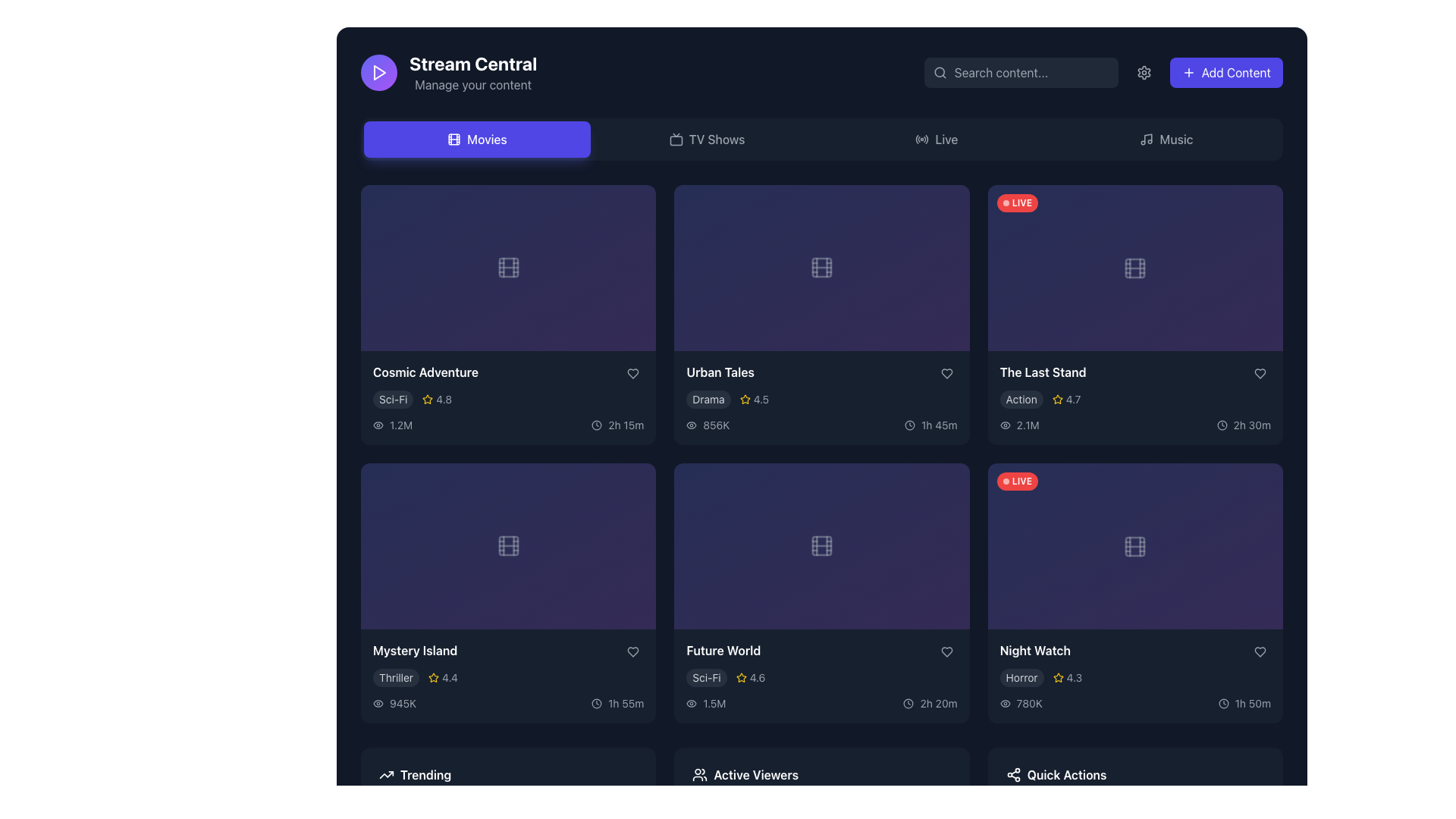 The width and height of the screenshot is (1456, 819). I want to click on the leftmost navigation button labeled 'Movies' to switch the viewing context to movie-related content, so click(476, 140).